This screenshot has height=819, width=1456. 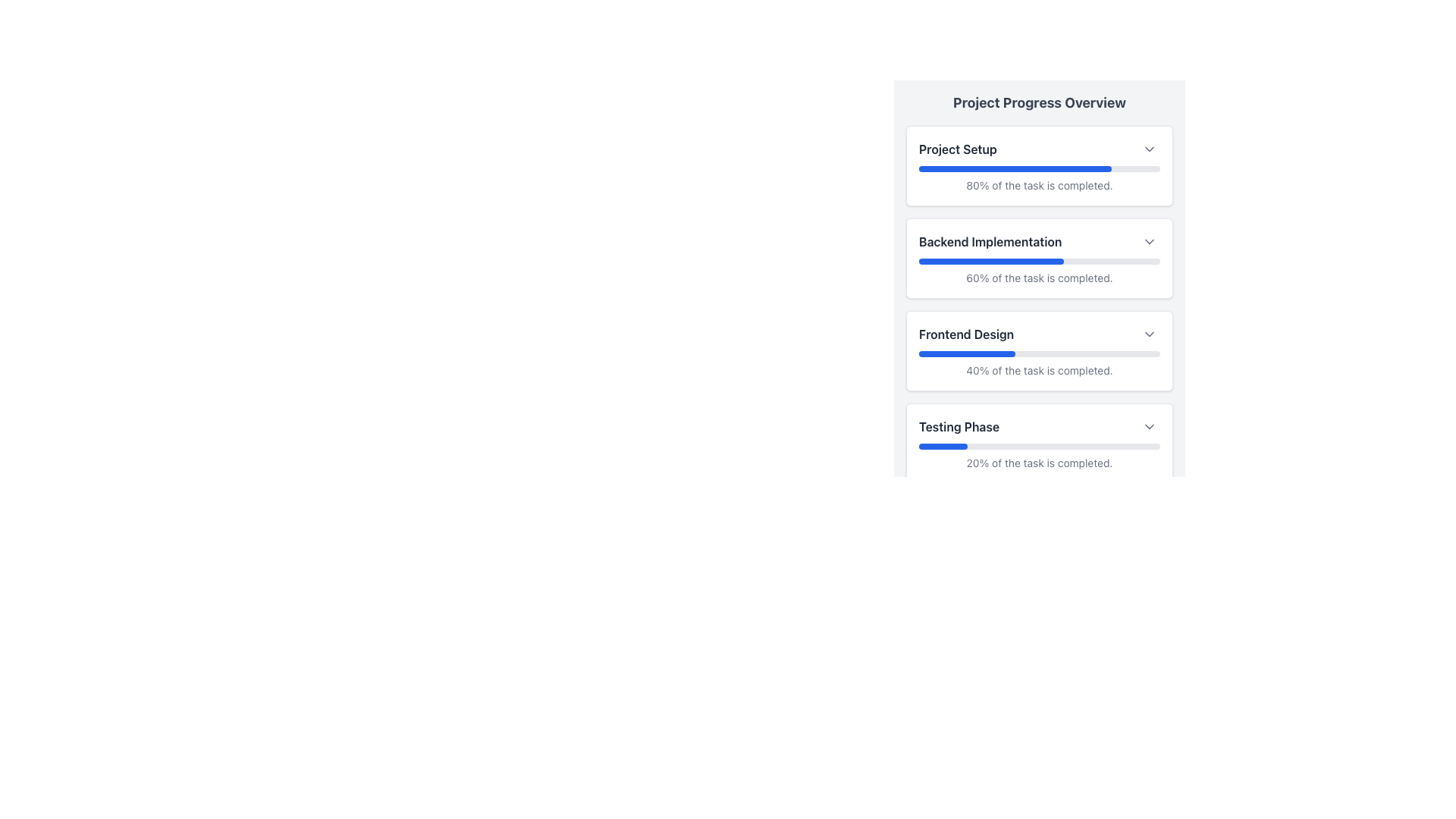 What do you see at coordinates (1150, 333) in the screenshot?
I see `the Chevron Down icon located to the right of the 'Frontend Design' section in the 'Project Progress Overview' interface` at bounding box center [1150, 333].